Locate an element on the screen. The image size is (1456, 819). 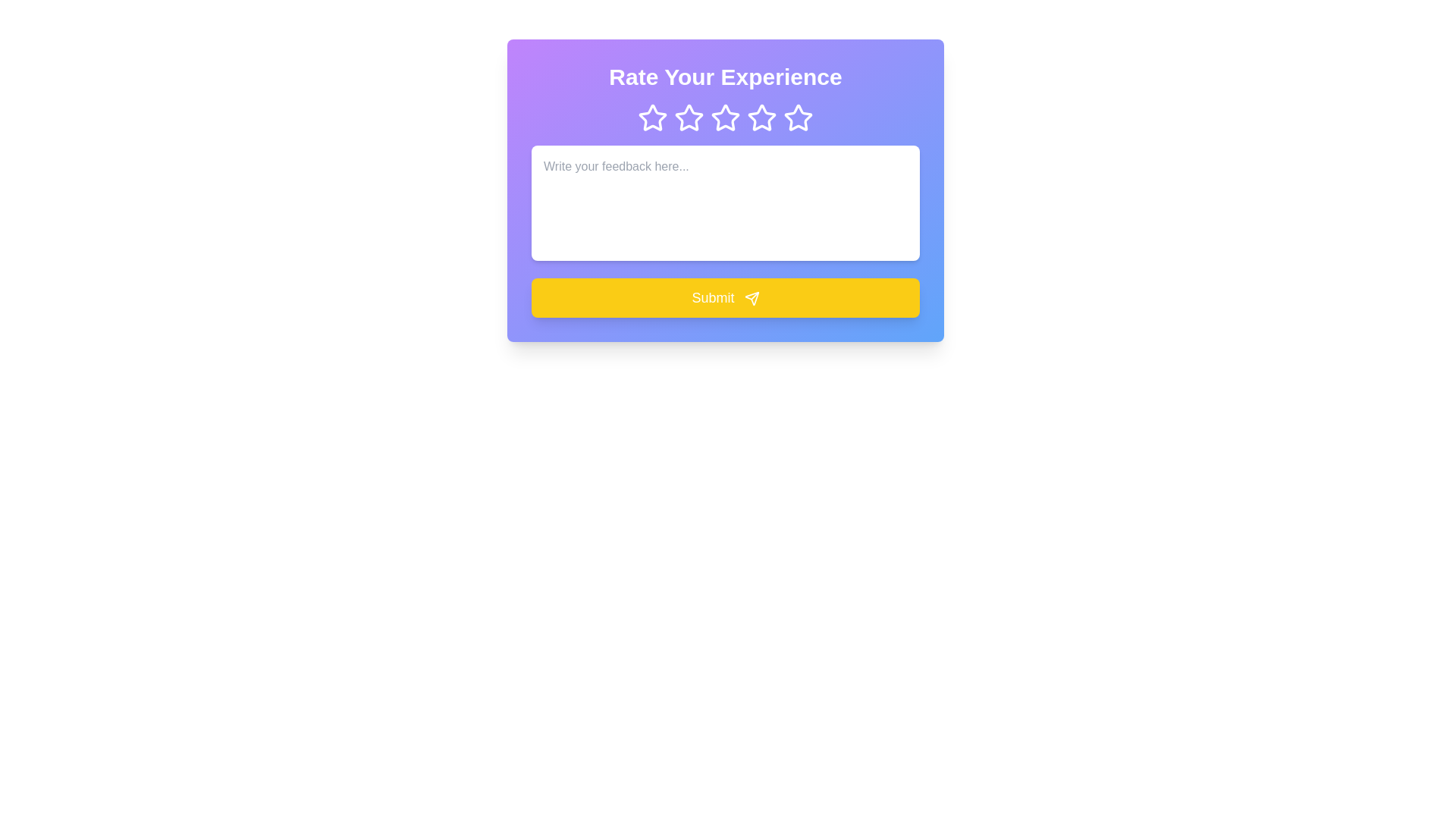
SVG icon representing the submission action located at the right-hand side of the 'Submit' button for accessibility purposes is located at coordinates (752, 299).